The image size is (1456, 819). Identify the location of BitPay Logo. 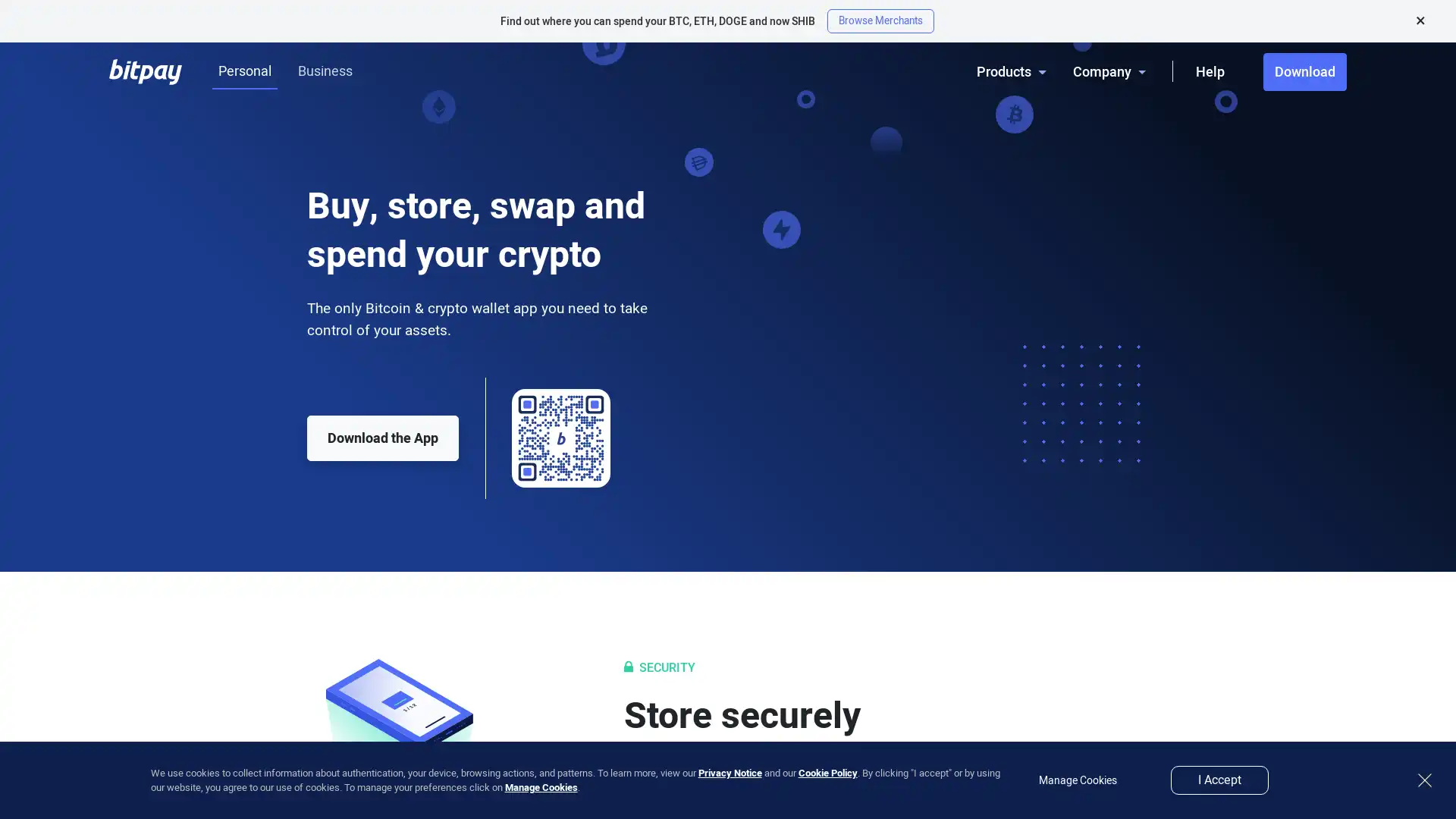
(146, 71).